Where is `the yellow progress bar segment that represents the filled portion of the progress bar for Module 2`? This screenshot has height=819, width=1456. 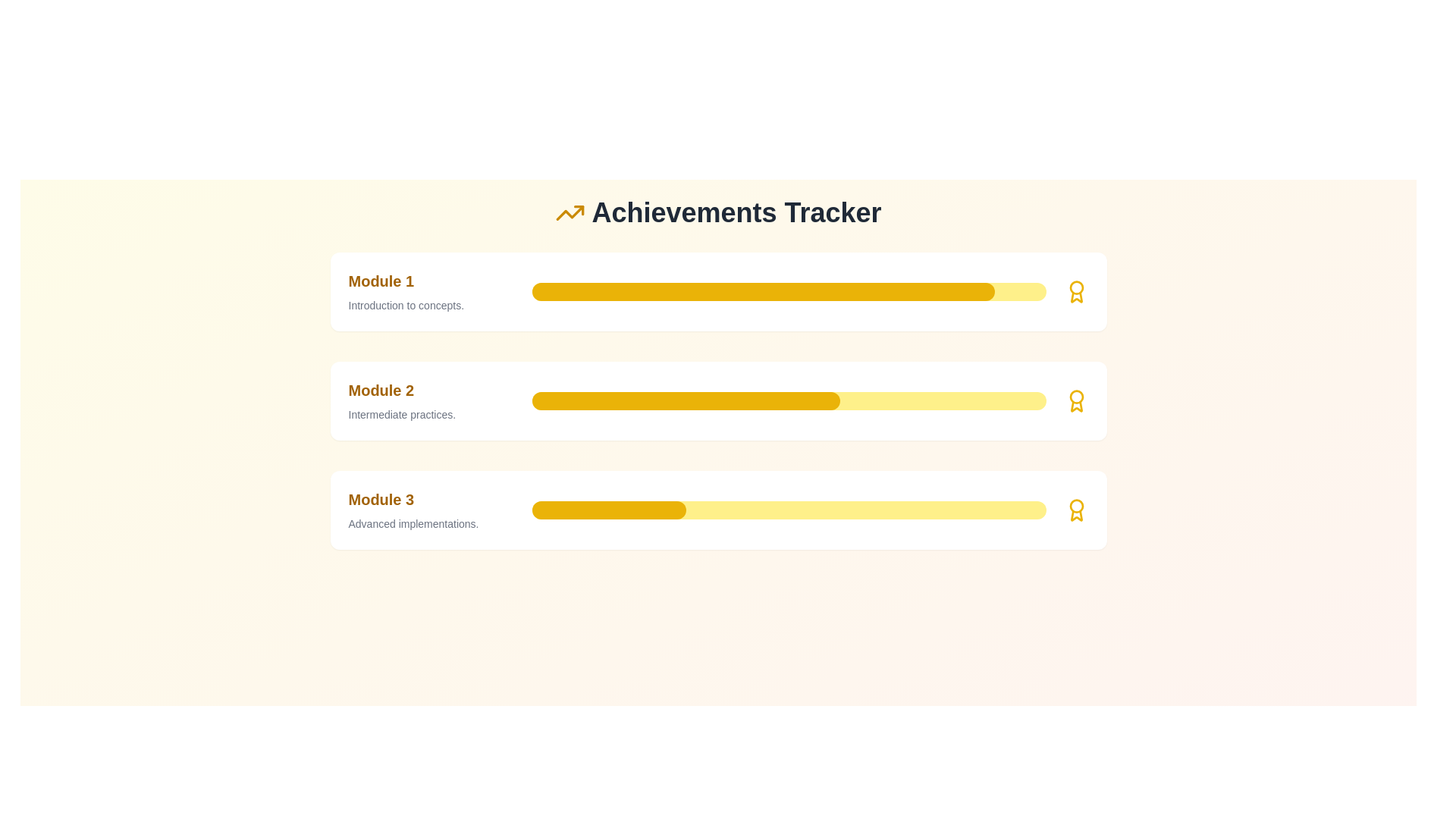 the yellow progress bar segment that represents the filled portion of the progress bar for Module 2 is located at coordinates (685, 400).